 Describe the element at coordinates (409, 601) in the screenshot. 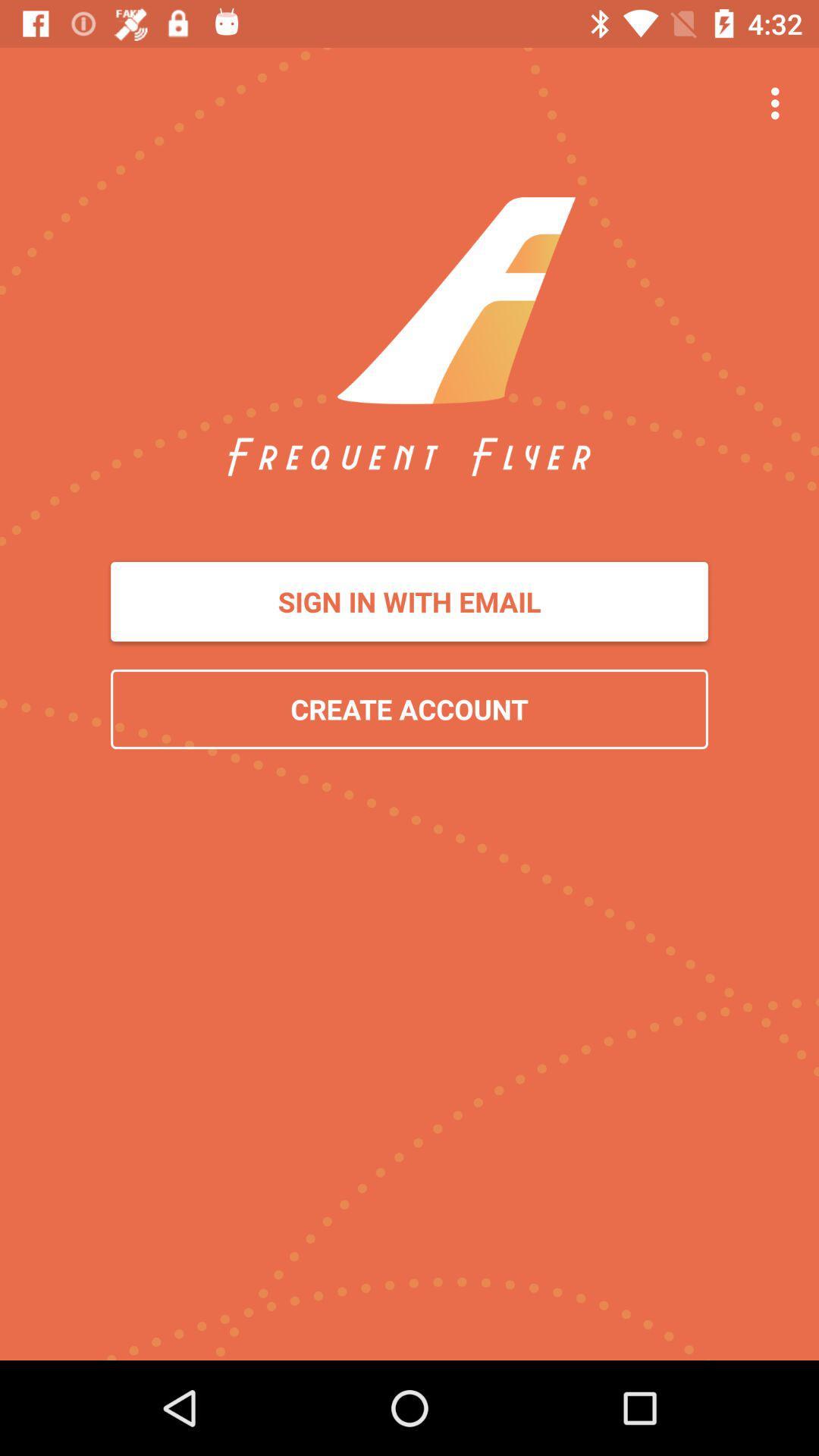

I see `the sign in with item` at that location.